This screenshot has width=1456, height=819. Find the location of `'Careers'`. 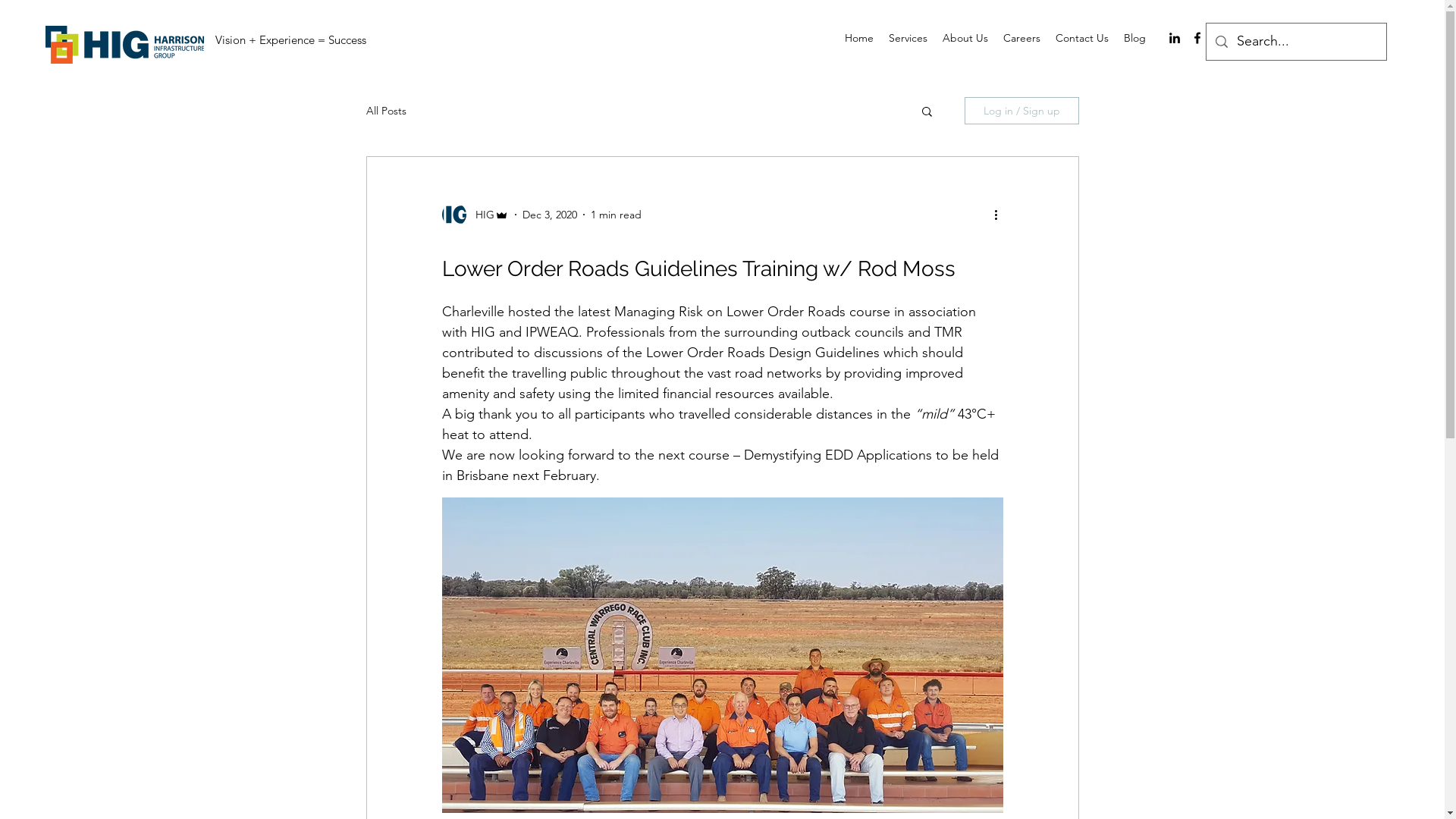

'Careers' is located at coordinates (1021, 37).